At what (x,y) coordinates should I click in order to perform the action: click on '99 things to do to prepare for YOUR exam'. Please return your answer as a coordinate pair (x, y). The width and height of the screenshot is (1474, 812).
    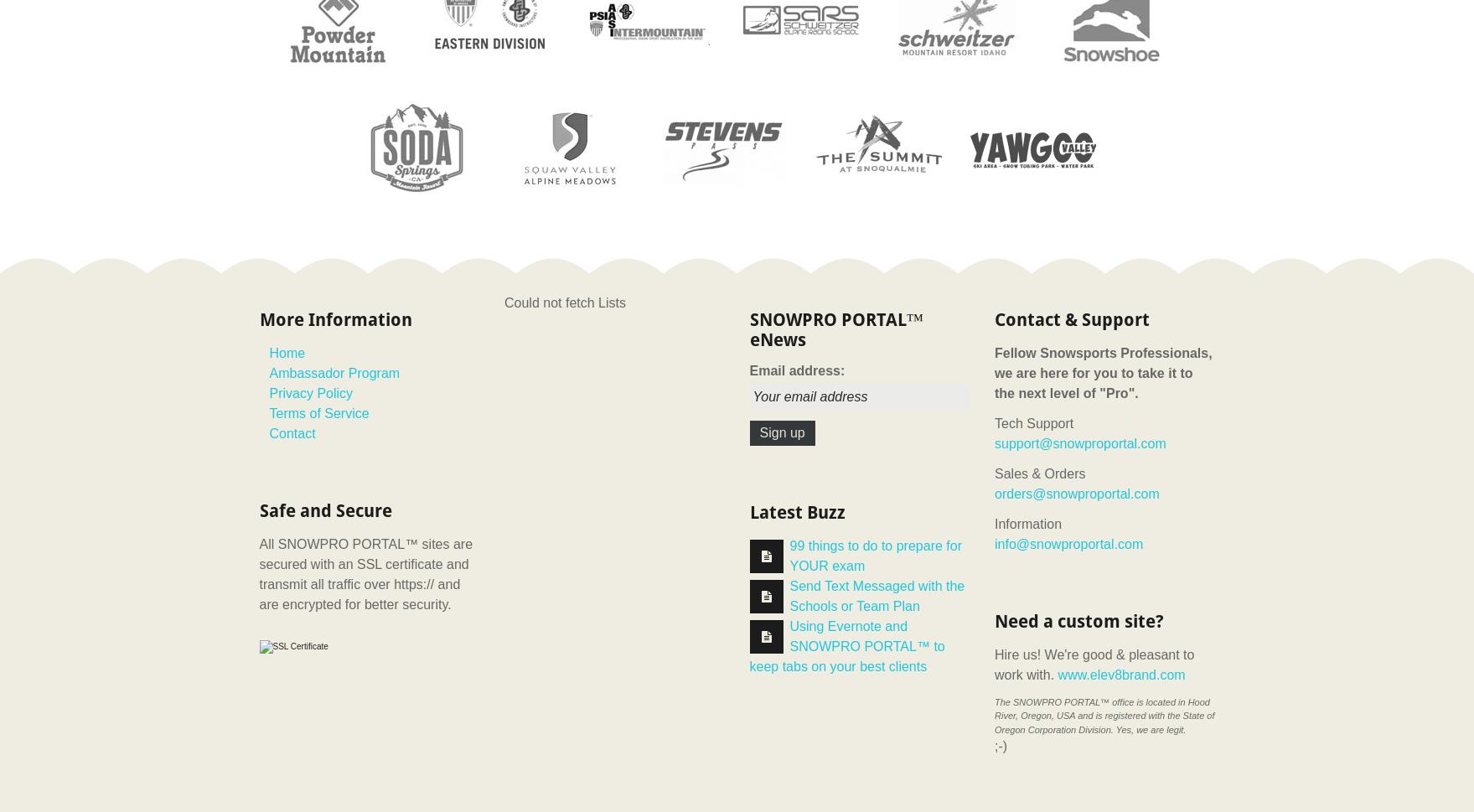
    Looking at the image, I should click on (874, 554).